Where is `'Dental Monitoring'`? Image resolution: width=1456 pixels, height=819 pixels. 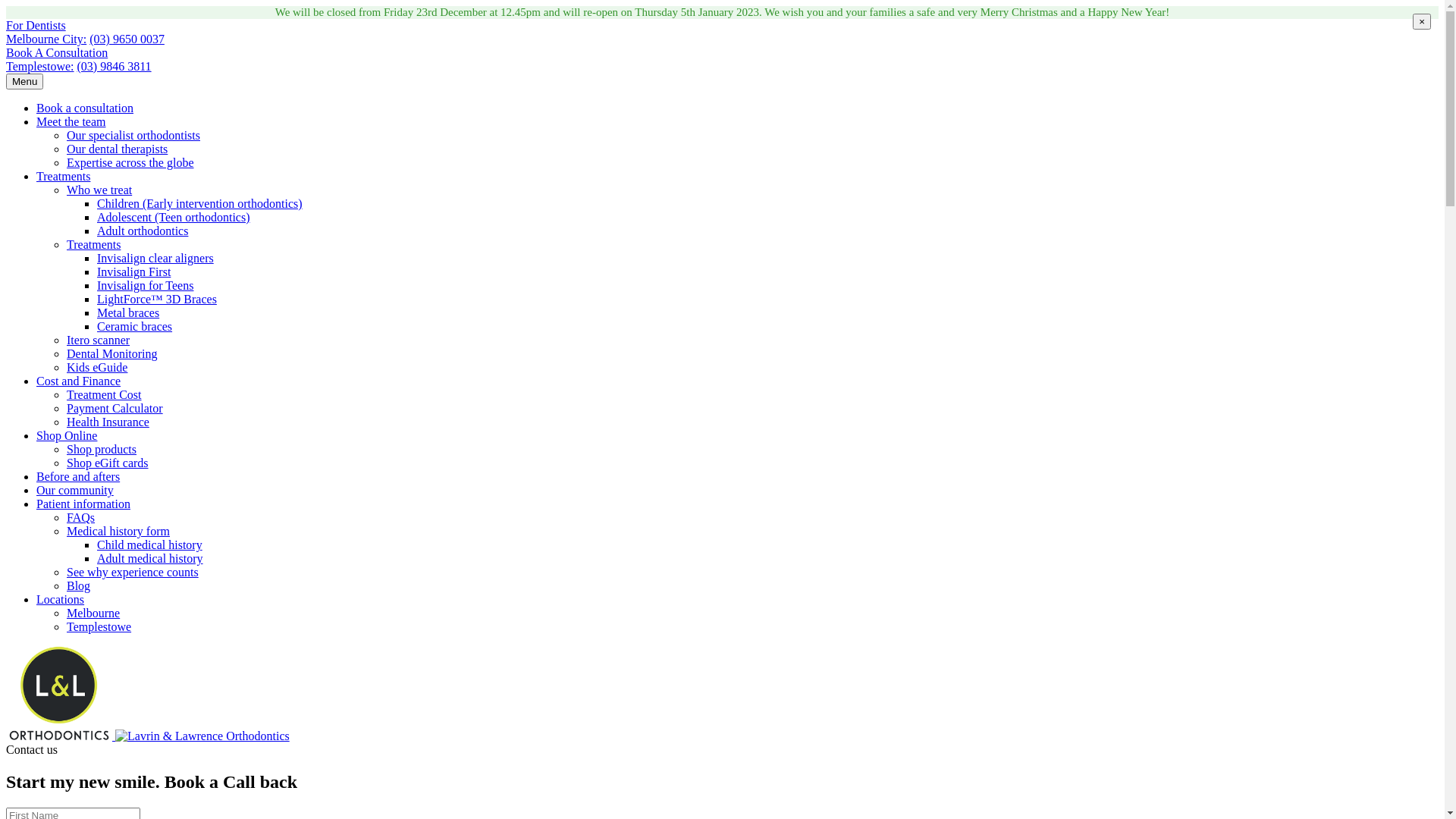 'Dental Monitoring' is located at coordinates (111, 353).